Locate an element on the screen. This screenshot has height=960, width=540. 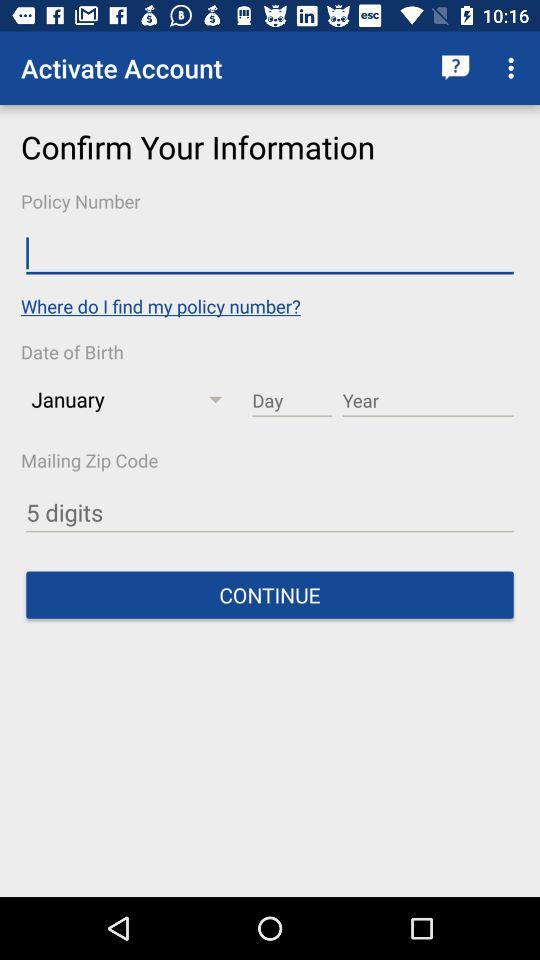
type the zip code is located at coordinates (270, 512).